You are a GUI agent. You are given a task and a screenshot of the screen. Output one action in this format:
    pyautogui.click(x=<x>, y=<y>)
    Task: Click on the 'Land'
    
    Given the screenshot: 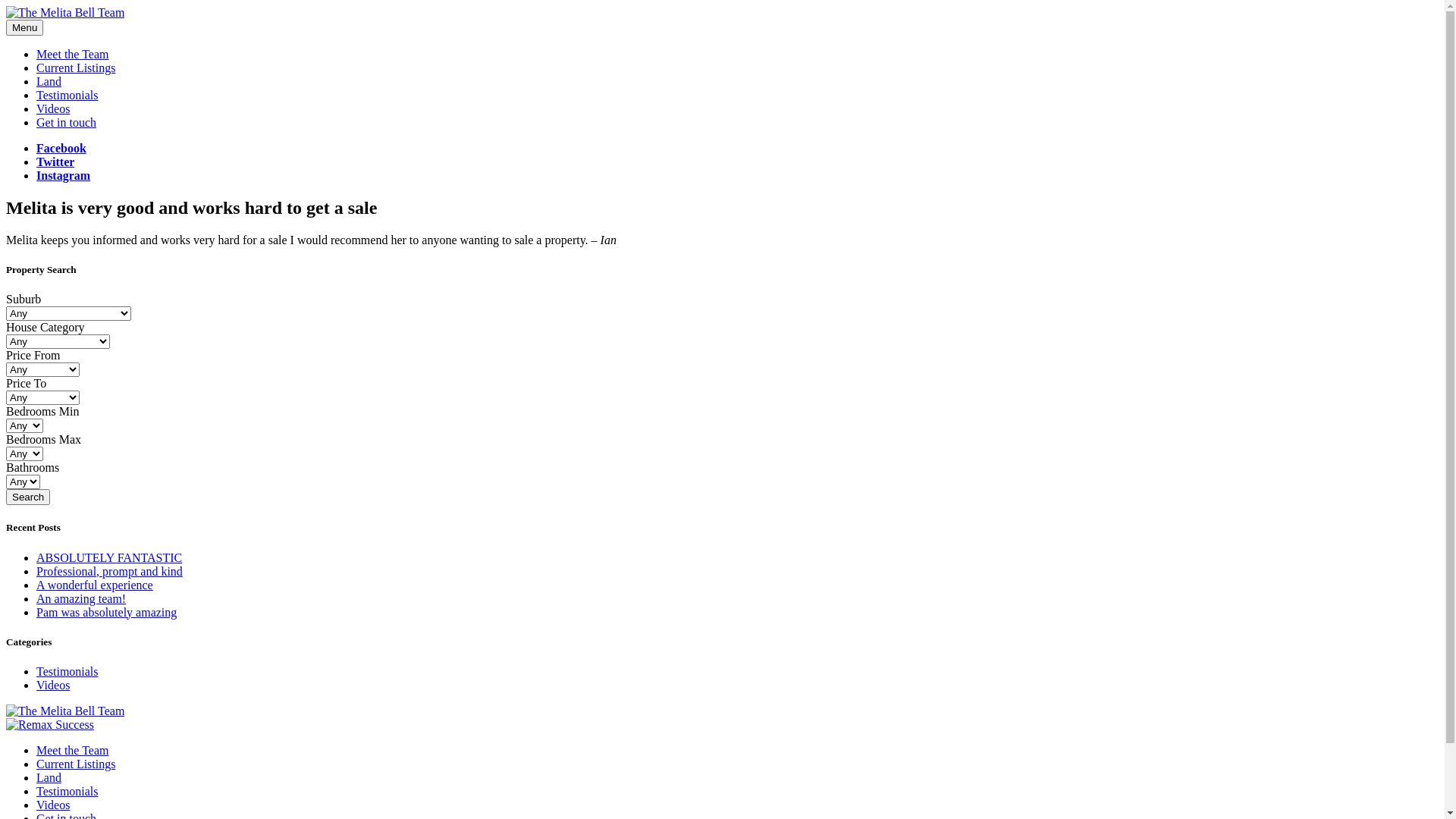 What is the action you would take?
    pyautogui.click(x=49, y=81)
    